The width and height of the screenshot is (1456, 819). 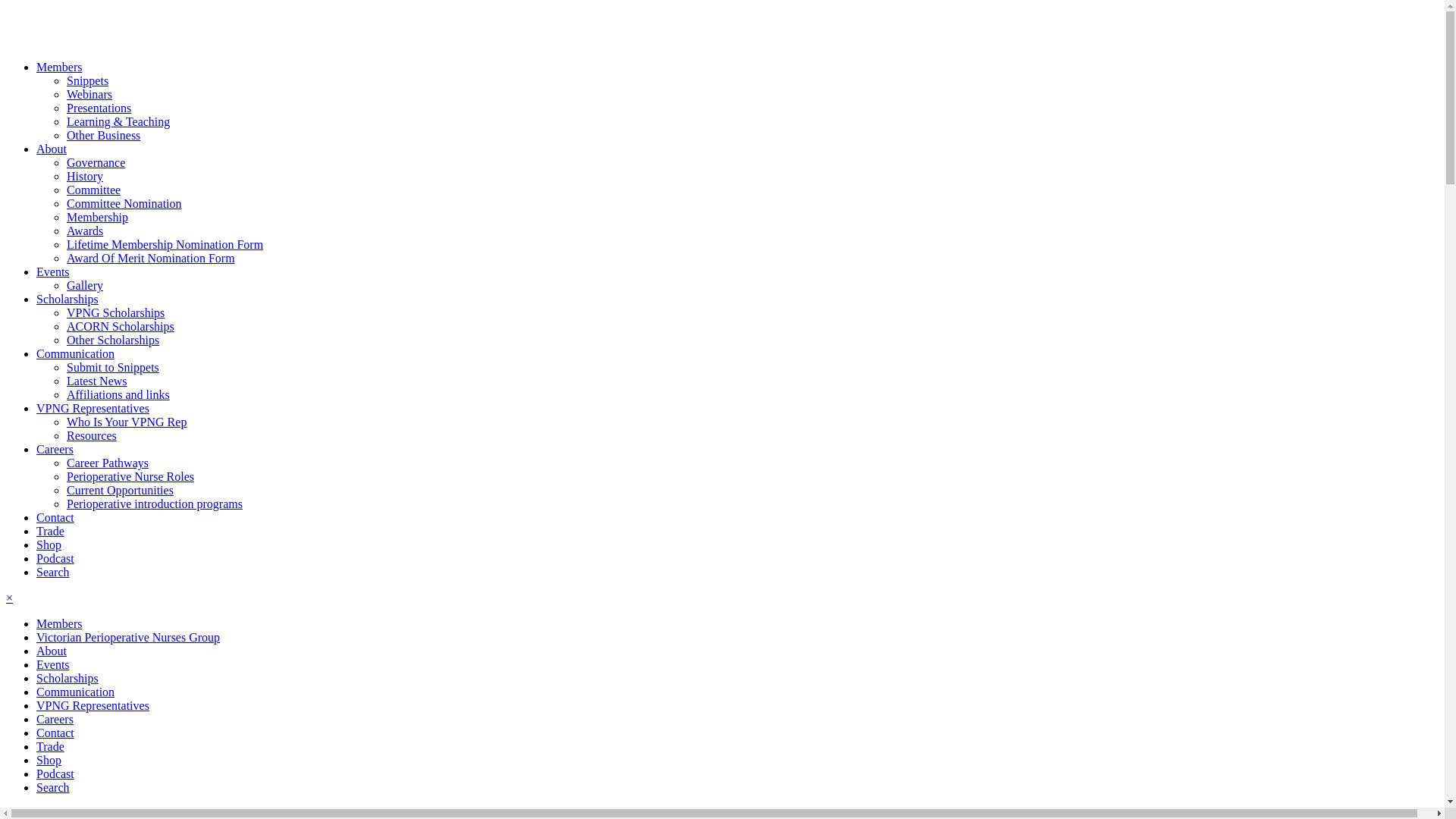 What do you see at coordinates (83, 285) in the screenshot?
I see `'Gallery'` at bounding box center [83, 285].